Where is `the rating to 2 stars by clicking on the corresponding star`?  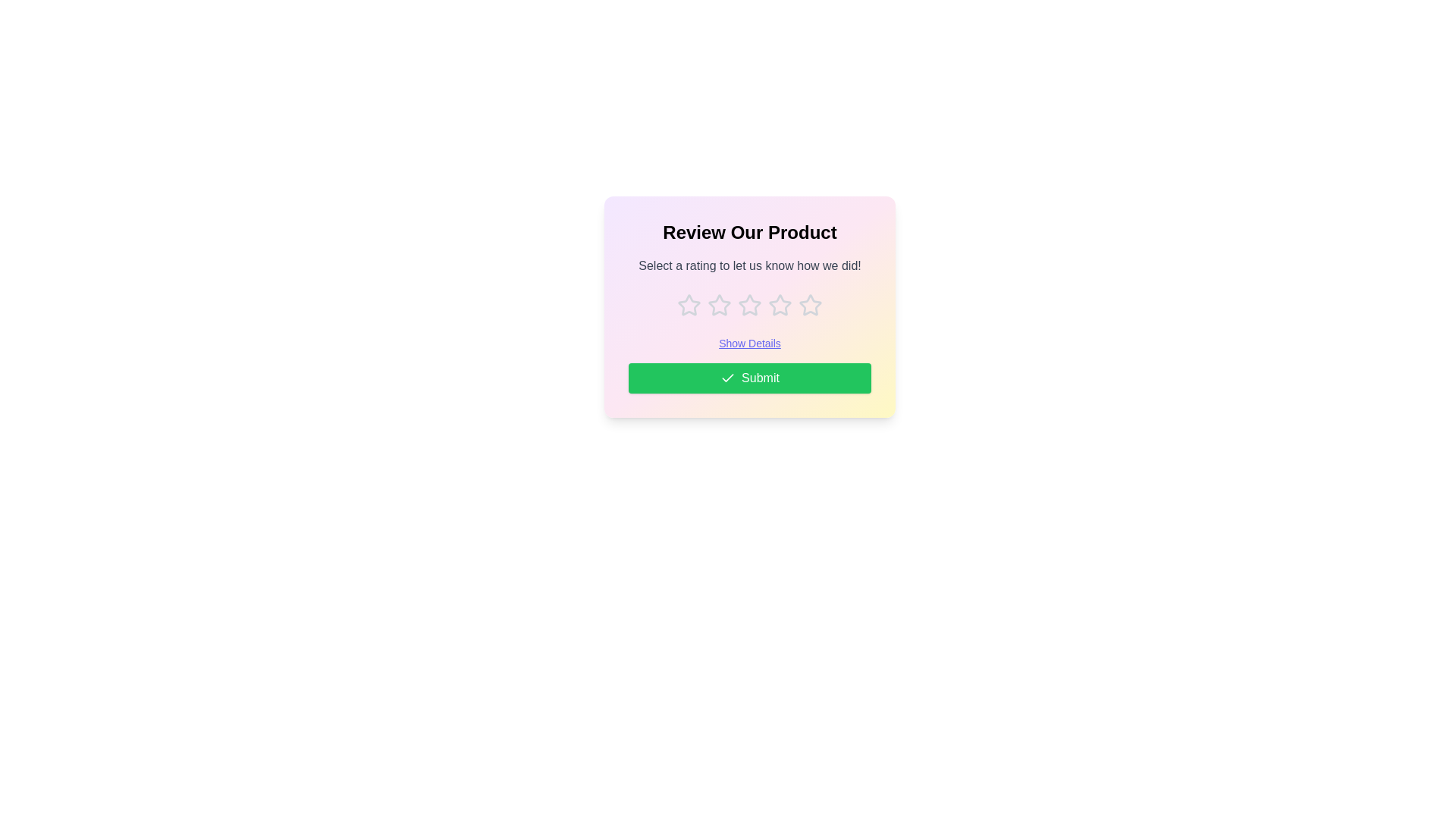
the rating to 2 stars by clicking on the corresponding star is located at coordinates (719, 305).